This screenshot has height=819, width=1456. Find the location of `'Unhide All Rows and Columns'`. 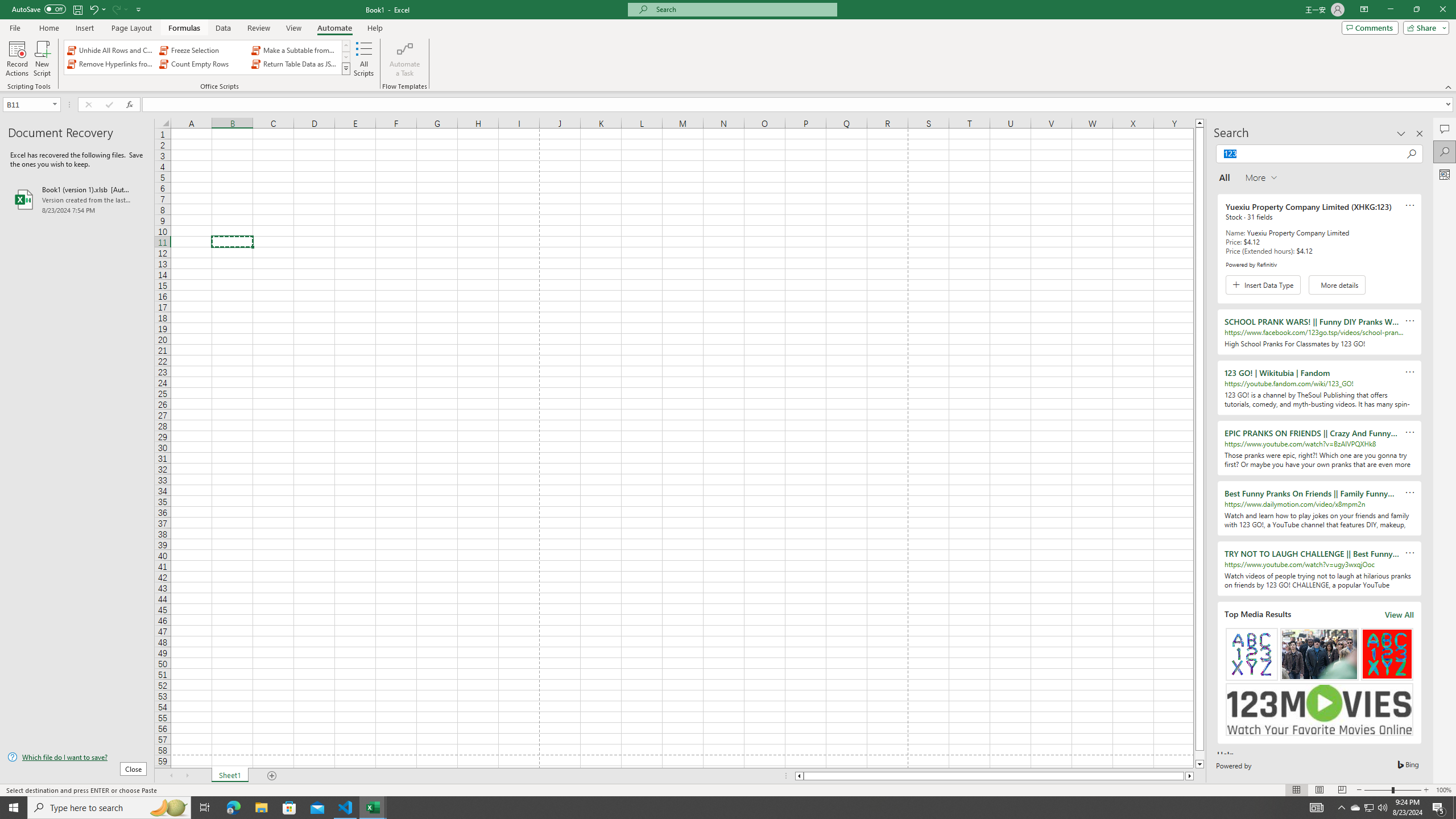

'Unhide All Rows and Columns' is located at coordinates (111, 50).